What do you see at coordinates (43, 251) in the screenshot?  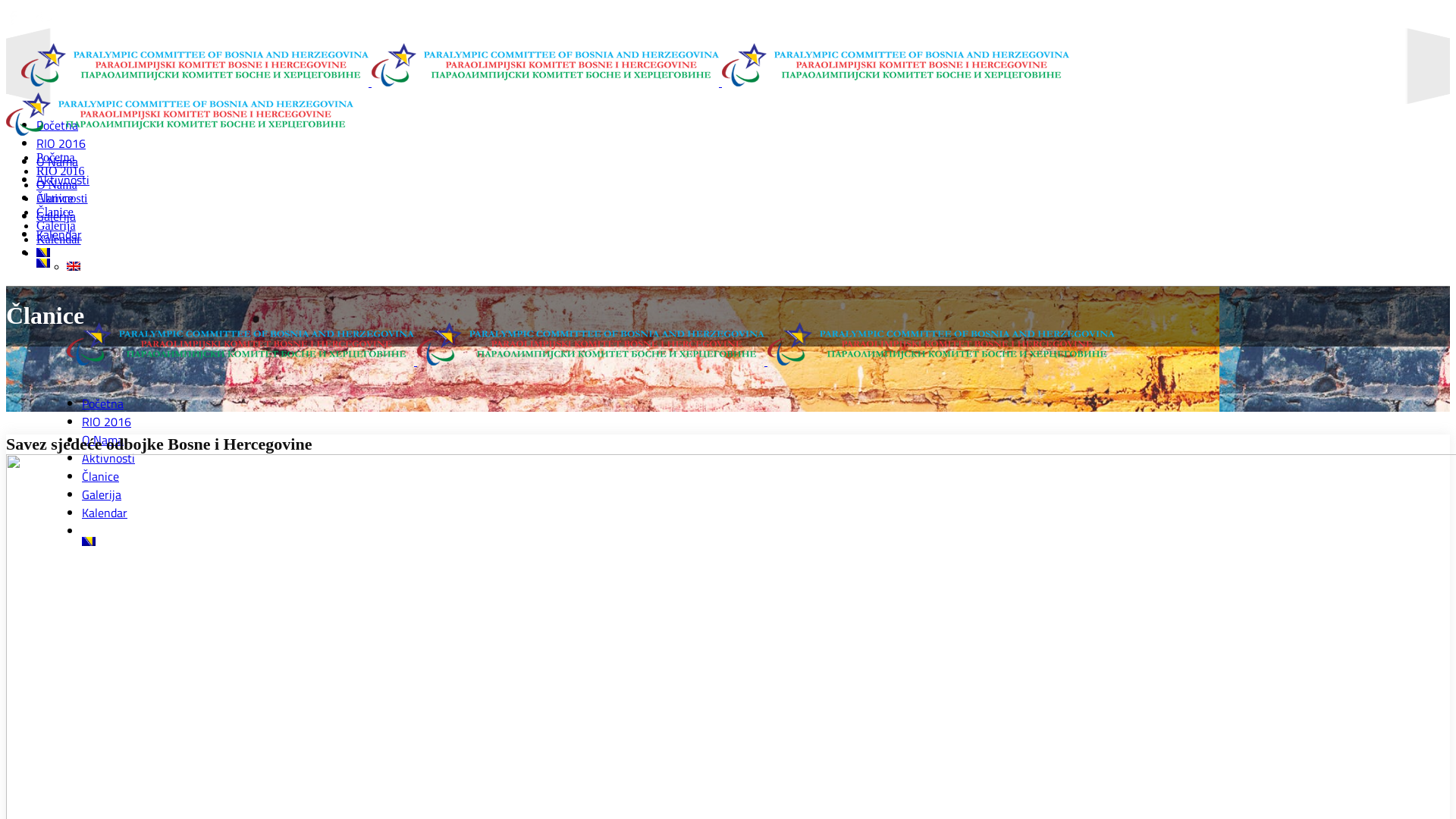 I see `'Bosnian'` at bounding box center [43, 251].